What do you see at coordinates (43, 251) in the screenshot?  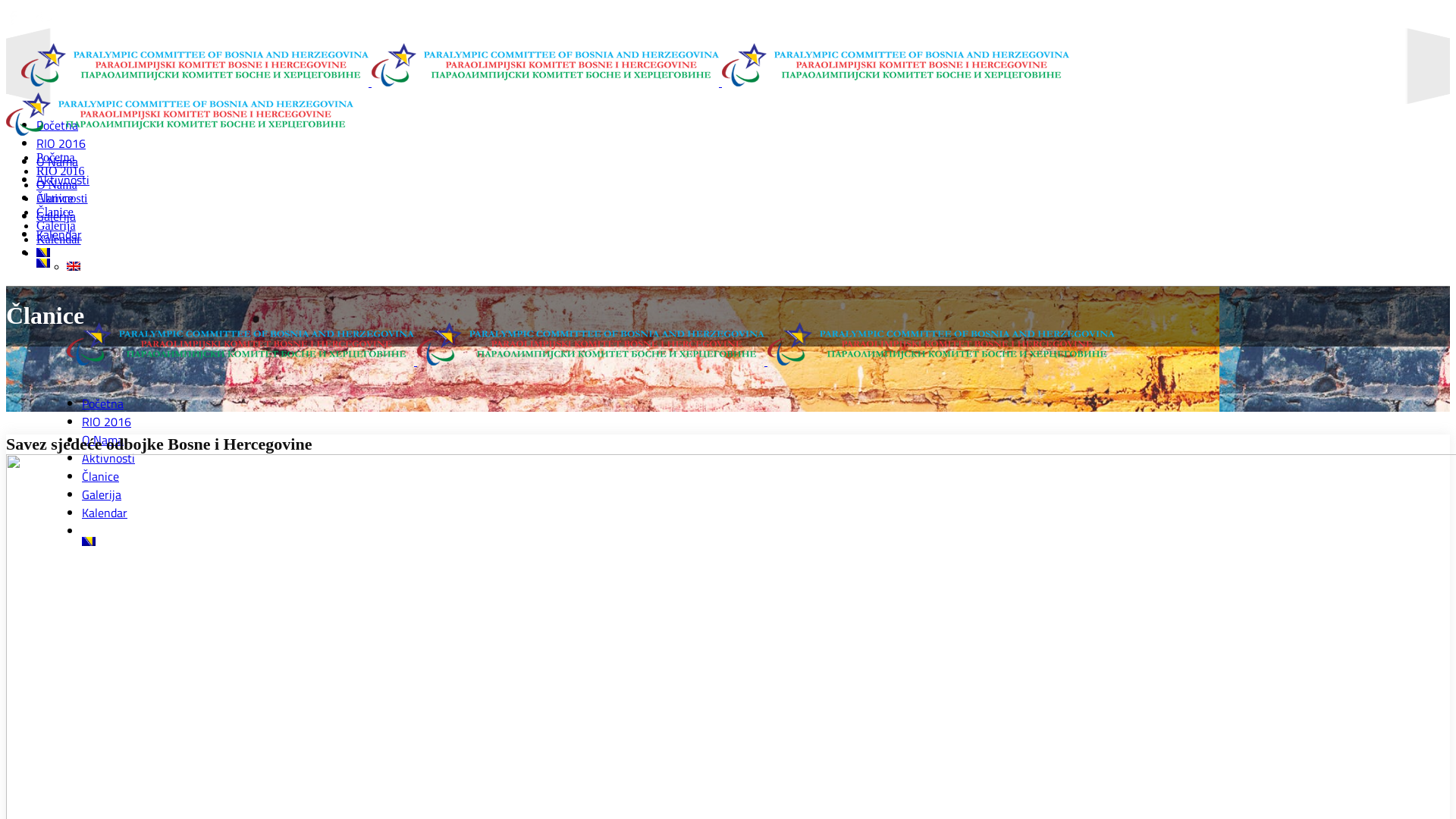 I see `'Bosnian'` at bounding box center [43, 251].